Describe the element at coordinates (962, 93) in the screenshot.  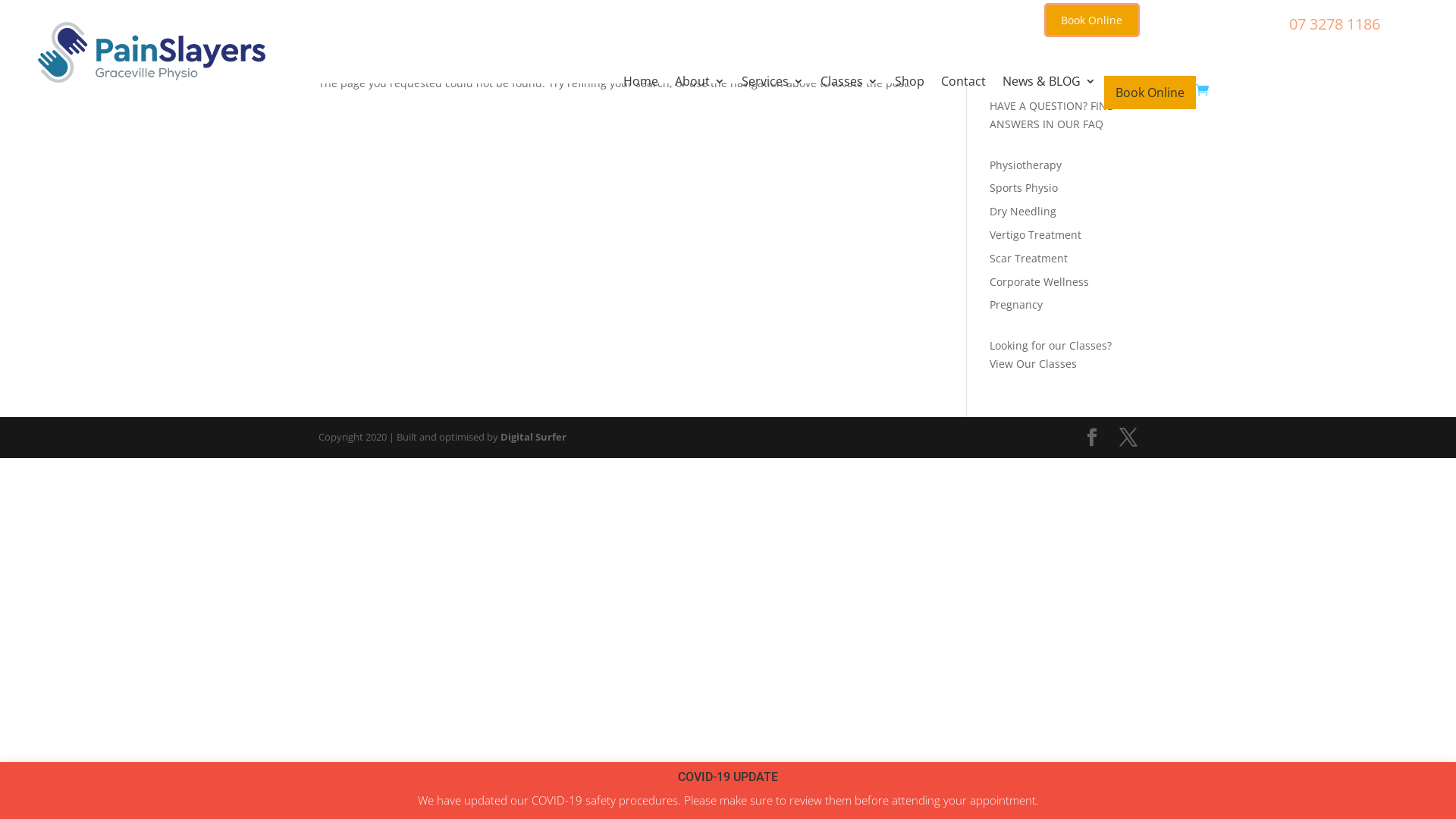
I see `'Contact'` at that location.